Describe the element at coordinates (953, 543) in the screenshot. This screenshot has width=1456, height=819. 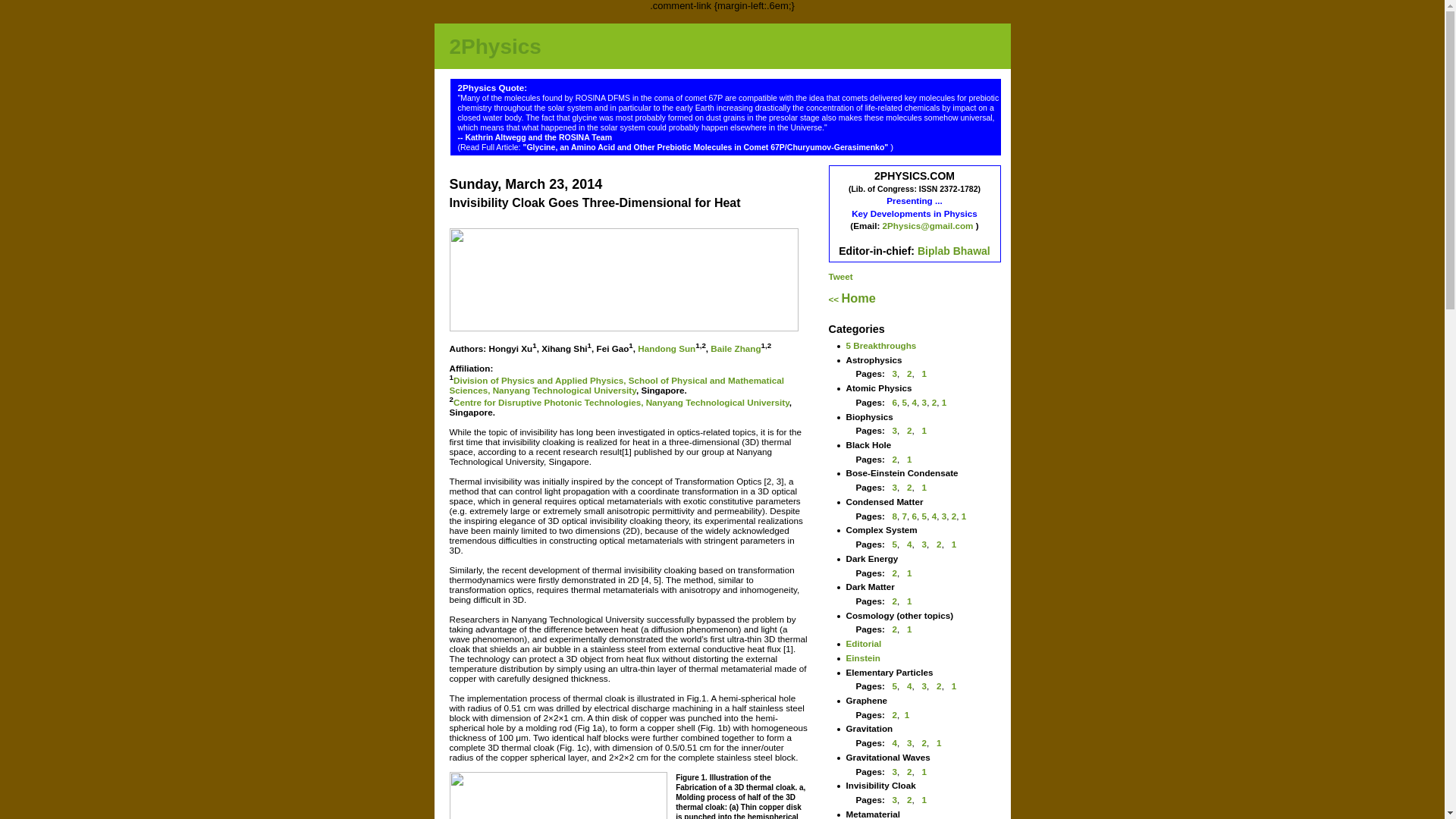
I see `'1'` at that location.